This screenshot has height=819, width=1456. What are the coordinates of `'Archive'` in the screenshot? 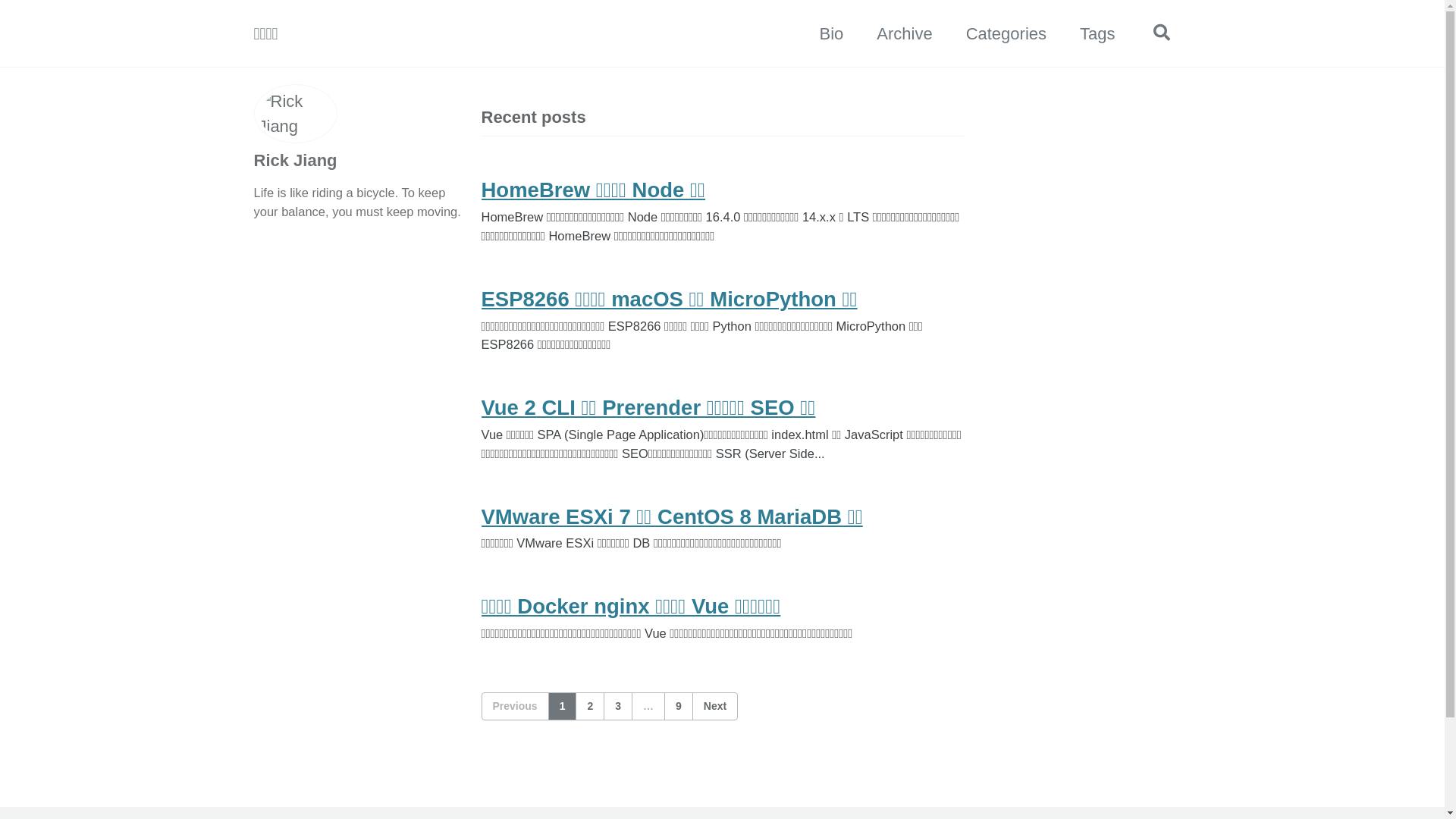 It's located at (904, 33).